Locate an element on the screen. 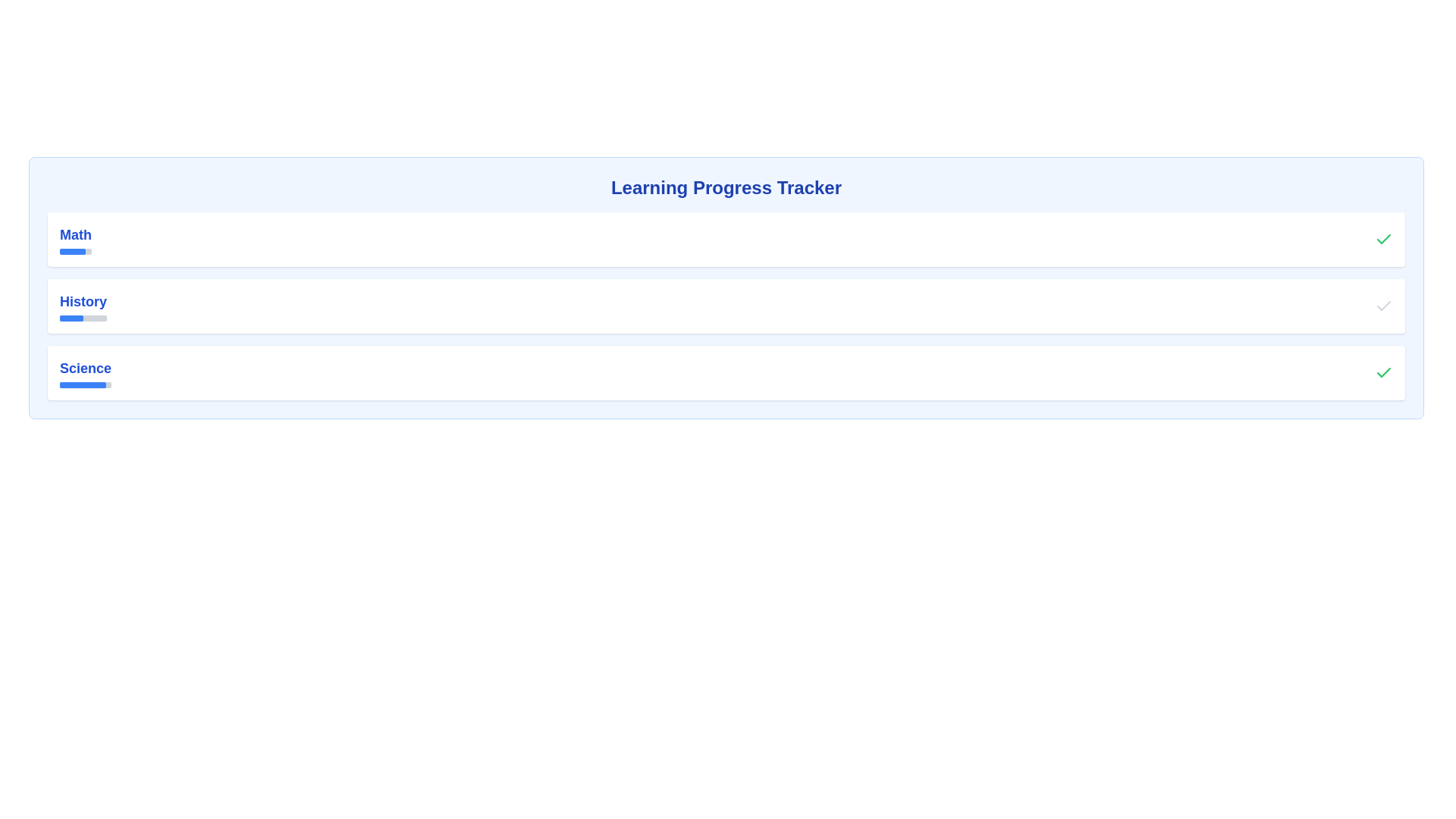  the 'History' static text label, which is styled in bold blue font and positioned between 'Math' and 'Science' is located at coordinates (83, 301).